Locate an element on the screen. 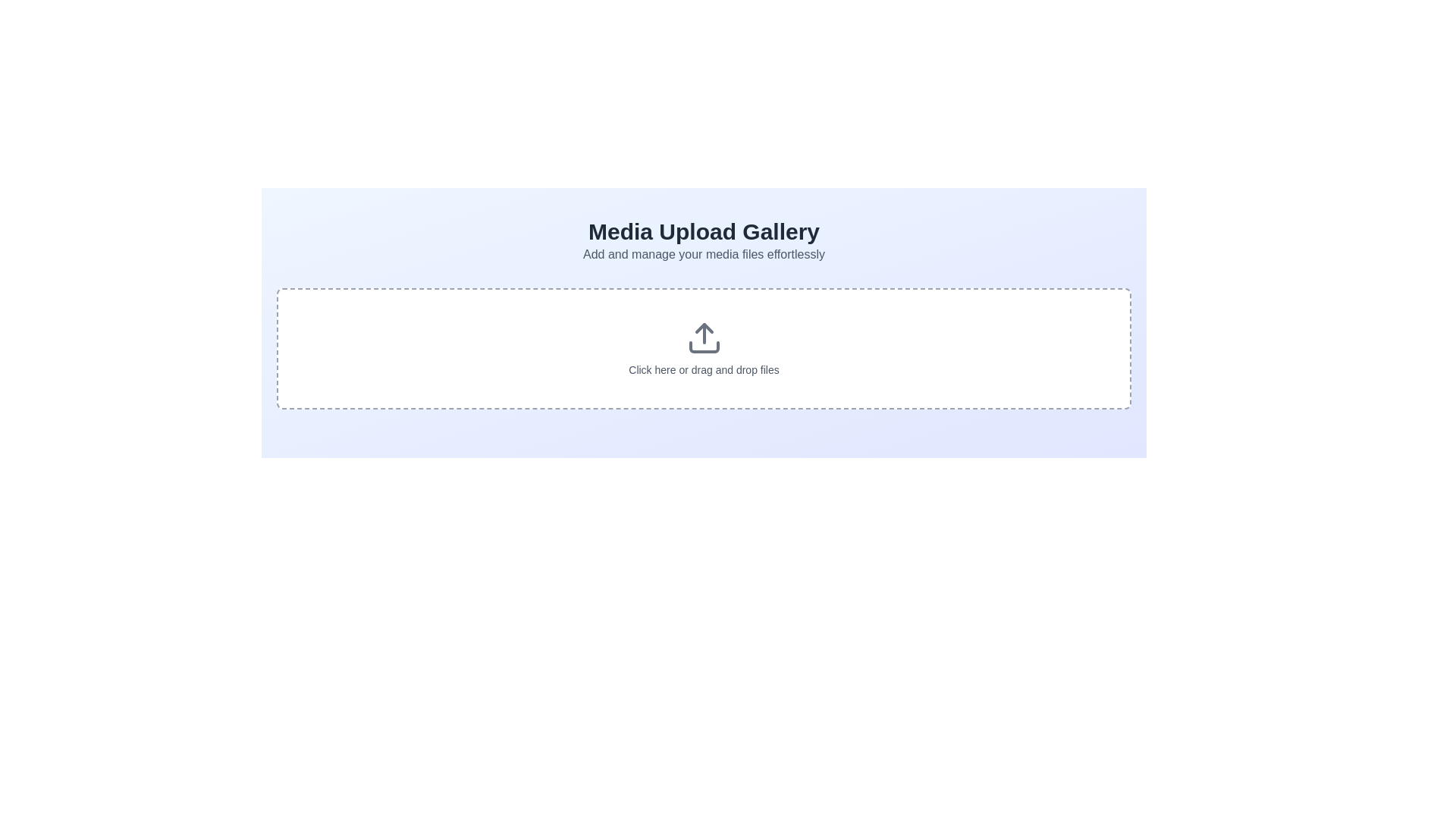 The height and width of the screenshot is (819, 1456). the decorative graphical element that forms the bottom horizontal segment of the upload icon, which is the third component in the icon structure is located at coordinates (703, 347).